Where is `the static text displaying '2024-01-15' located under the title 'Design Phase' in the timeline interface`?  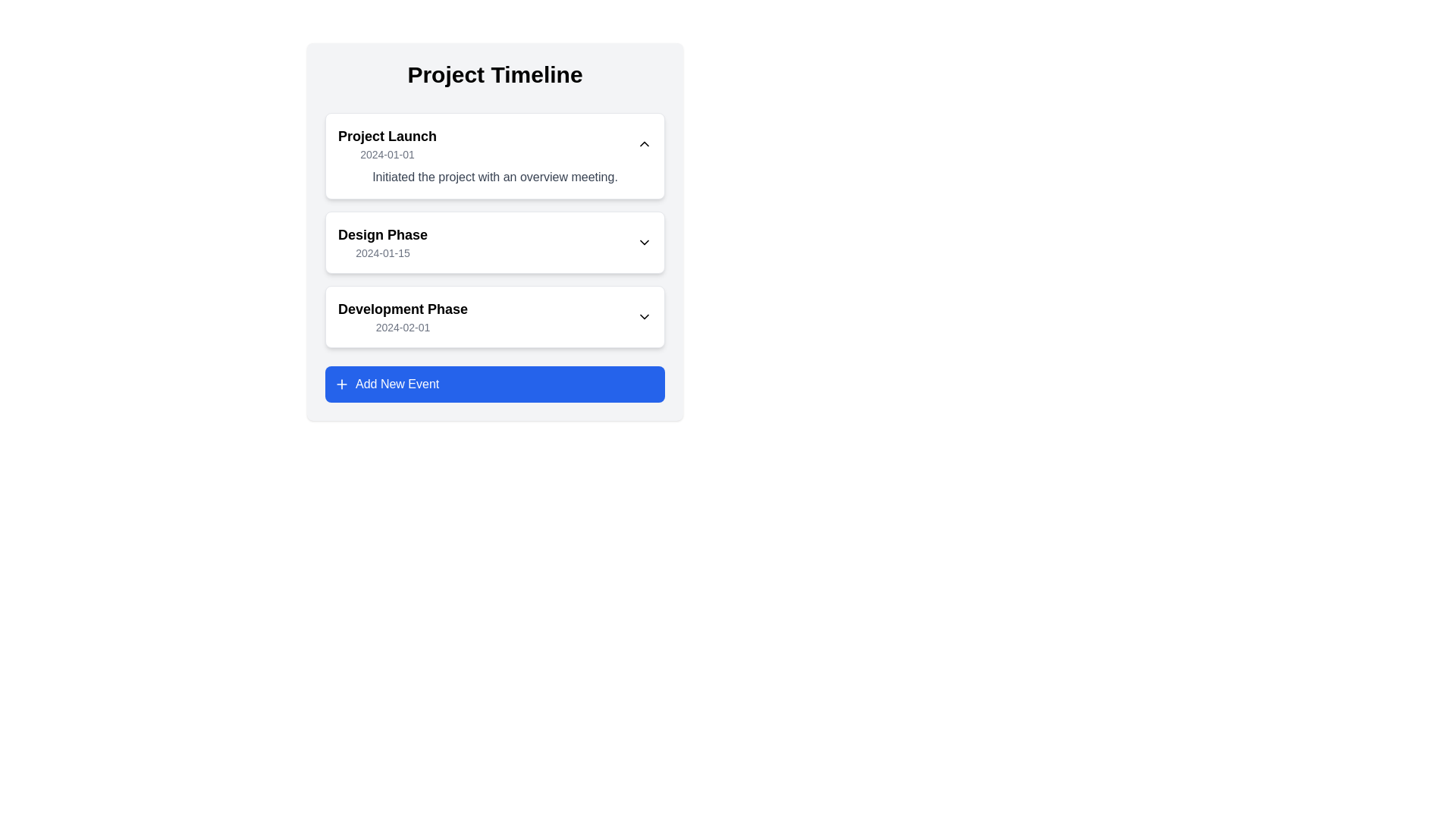
the static text displaying '2024-01-15' located under the title 'Design Phase' in the timeline interface is located at coordinates (382, 253).